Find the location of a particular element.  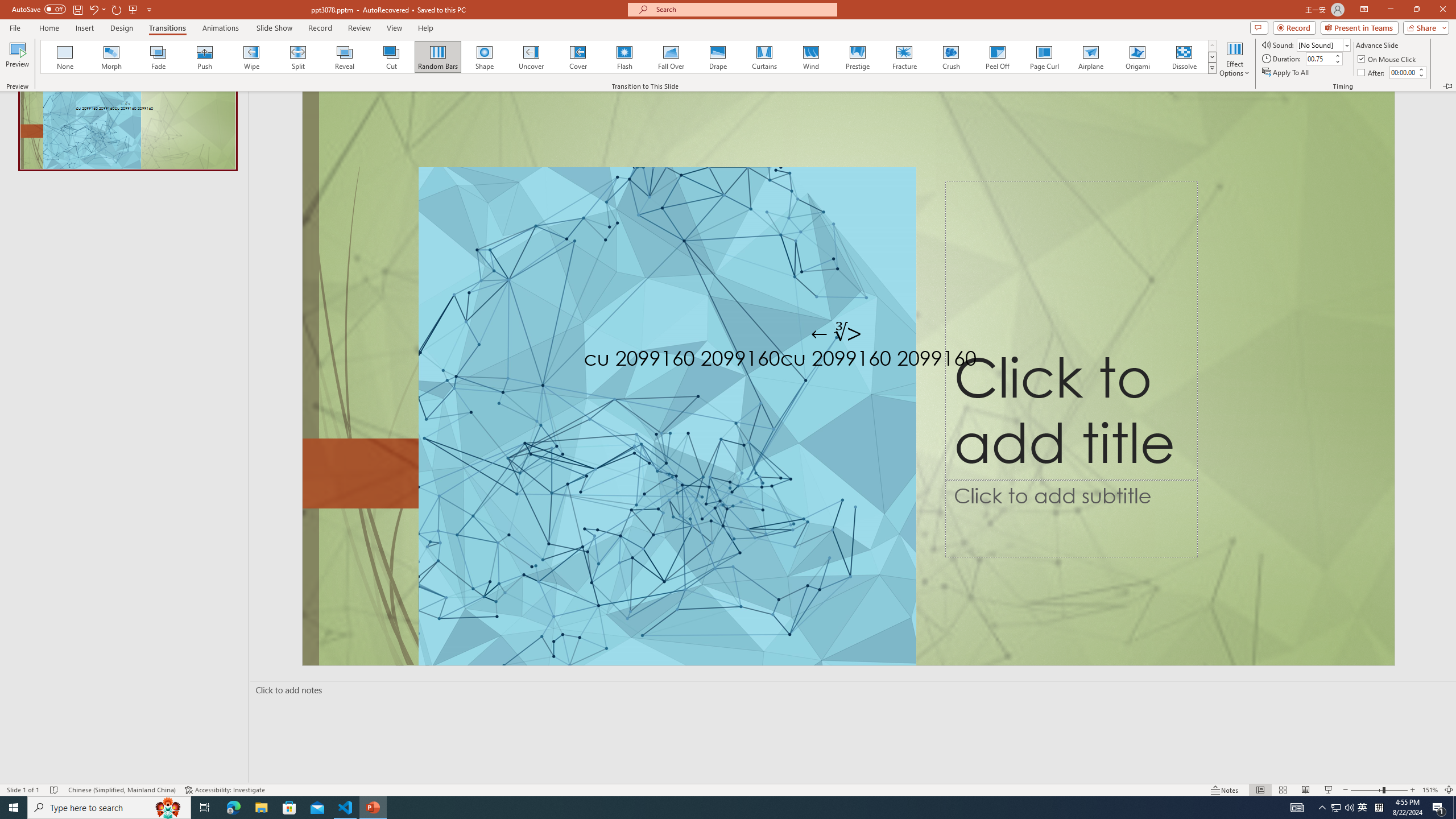

'Zoom 151%' is located at coordinates (1430, 790).